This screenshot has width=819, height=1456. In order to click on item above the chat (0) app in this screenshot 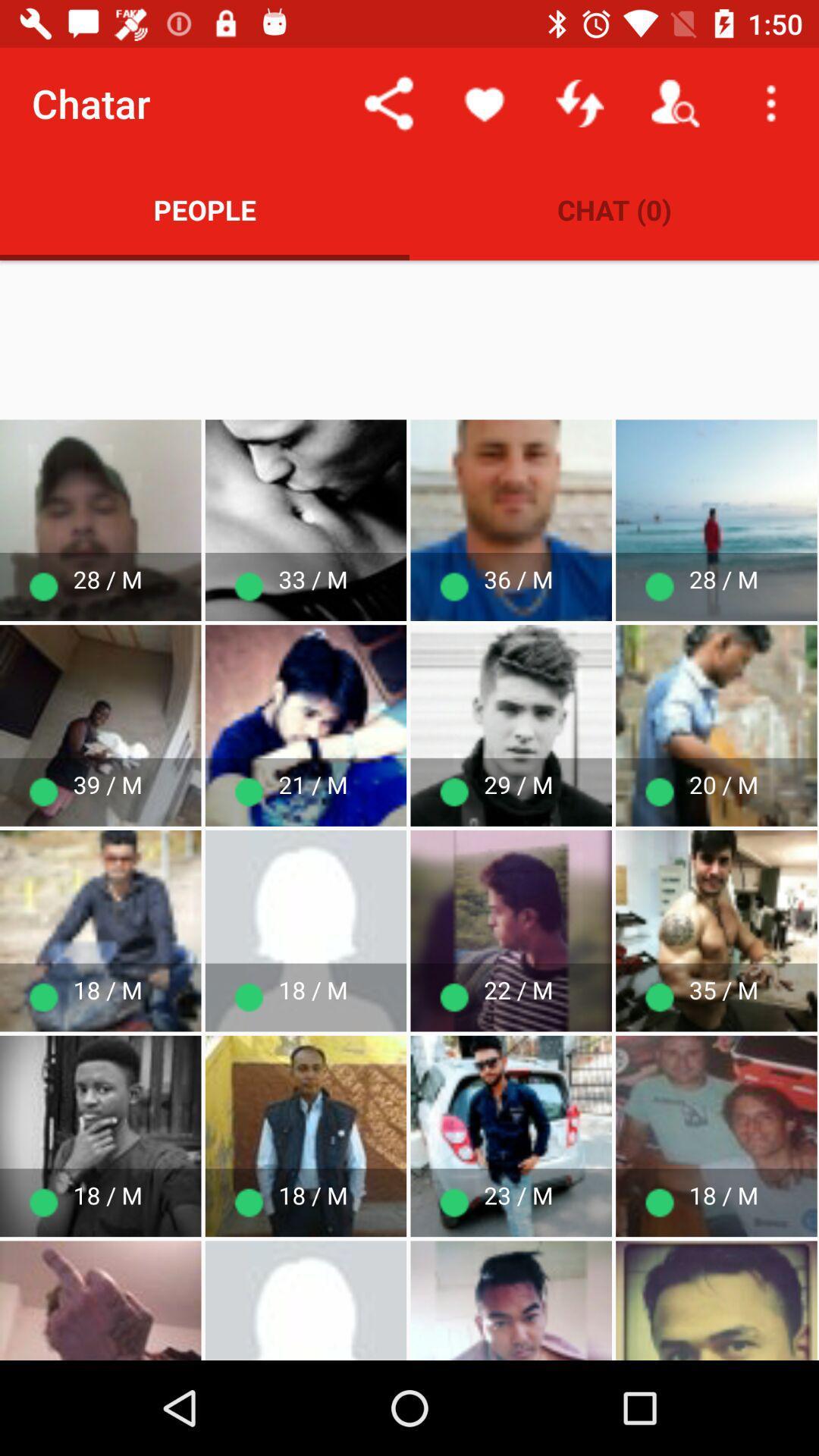, I will do `click(771, 102)`.